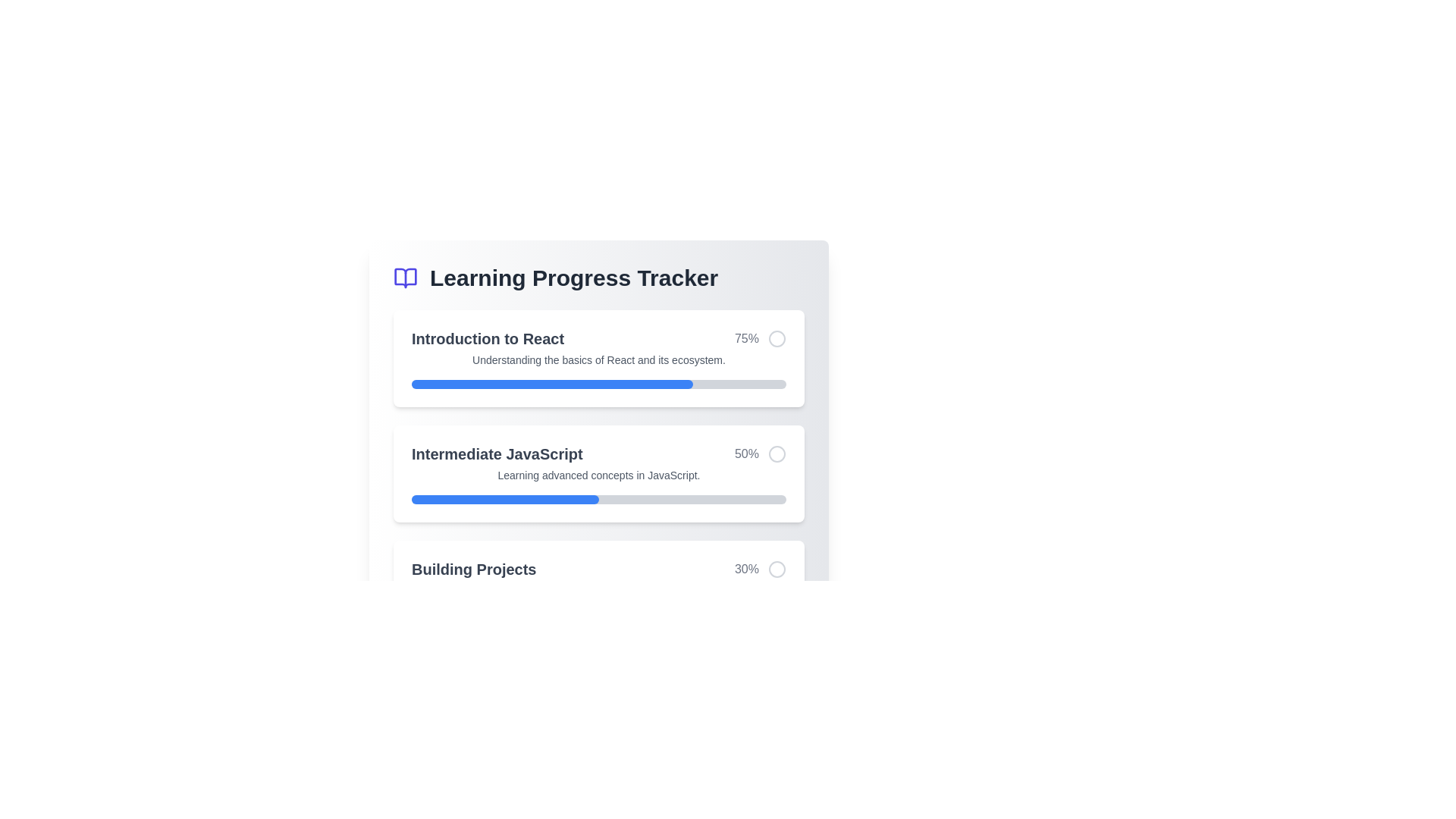 Image resolution: width=1456 pixels, height=819 pixels. Describe the element at coordinates (598, 383) in the screenshot. I see `the progress representation of the horizontal progress bar located at the bottom of the 'Introduction to React' card, which has a gray background with a blue filled portion` at that location.